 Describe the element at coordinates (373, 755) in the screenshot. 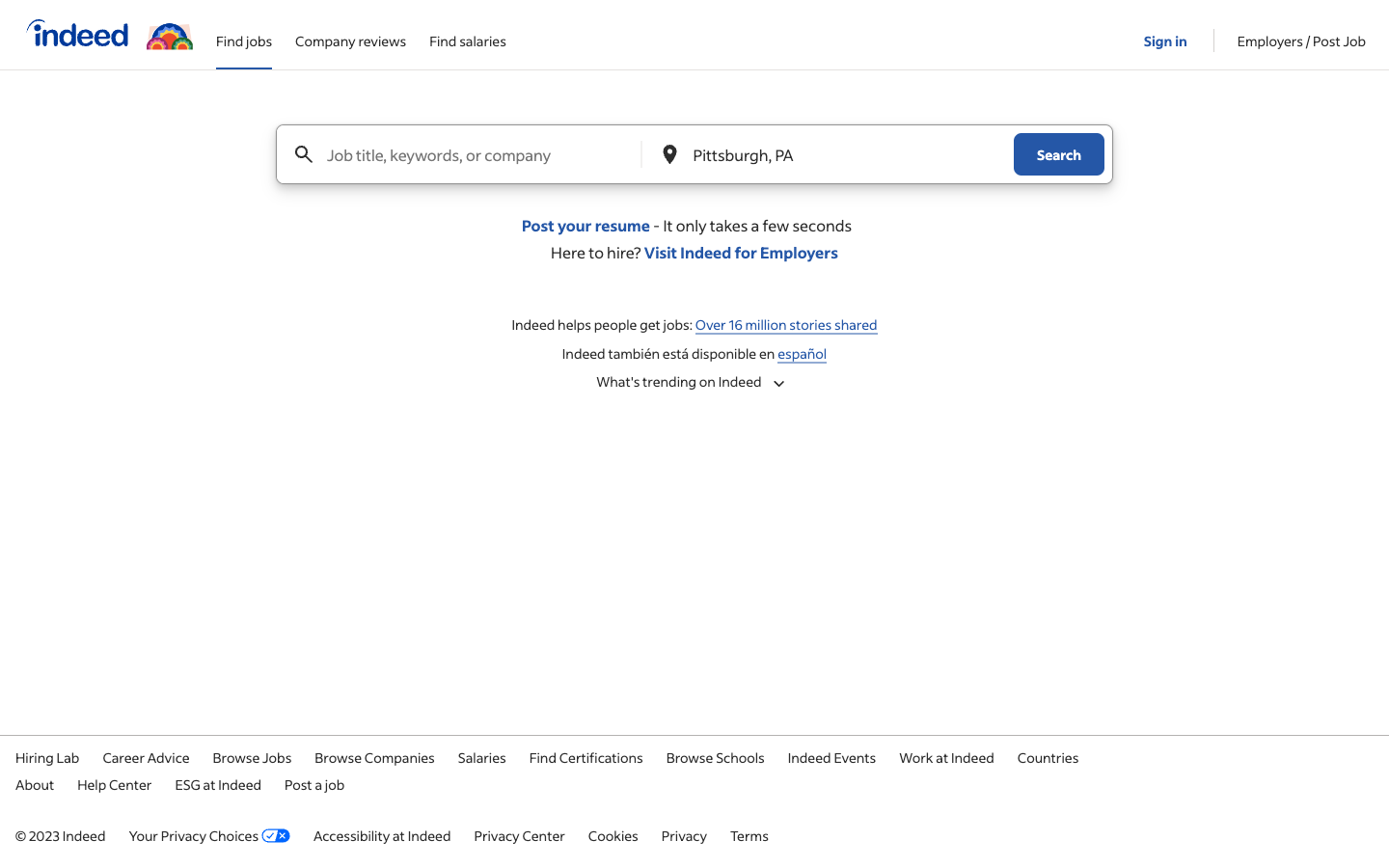

I see `Look for firms that are currently hiring` at that location.